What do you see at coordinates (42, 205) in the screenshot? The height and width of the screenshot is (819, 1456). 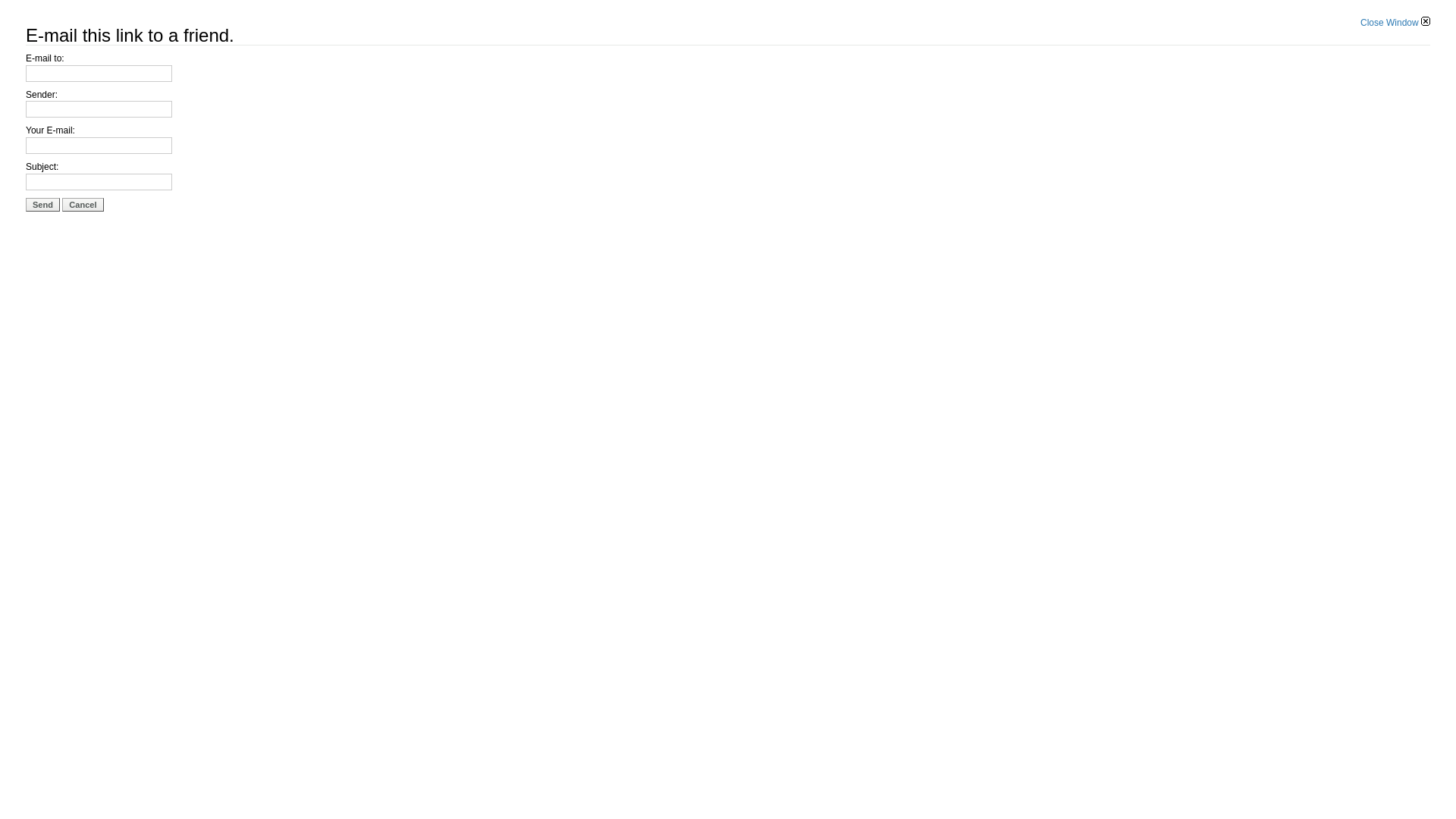 I see `'Send'` at bounding box center [42, 205].